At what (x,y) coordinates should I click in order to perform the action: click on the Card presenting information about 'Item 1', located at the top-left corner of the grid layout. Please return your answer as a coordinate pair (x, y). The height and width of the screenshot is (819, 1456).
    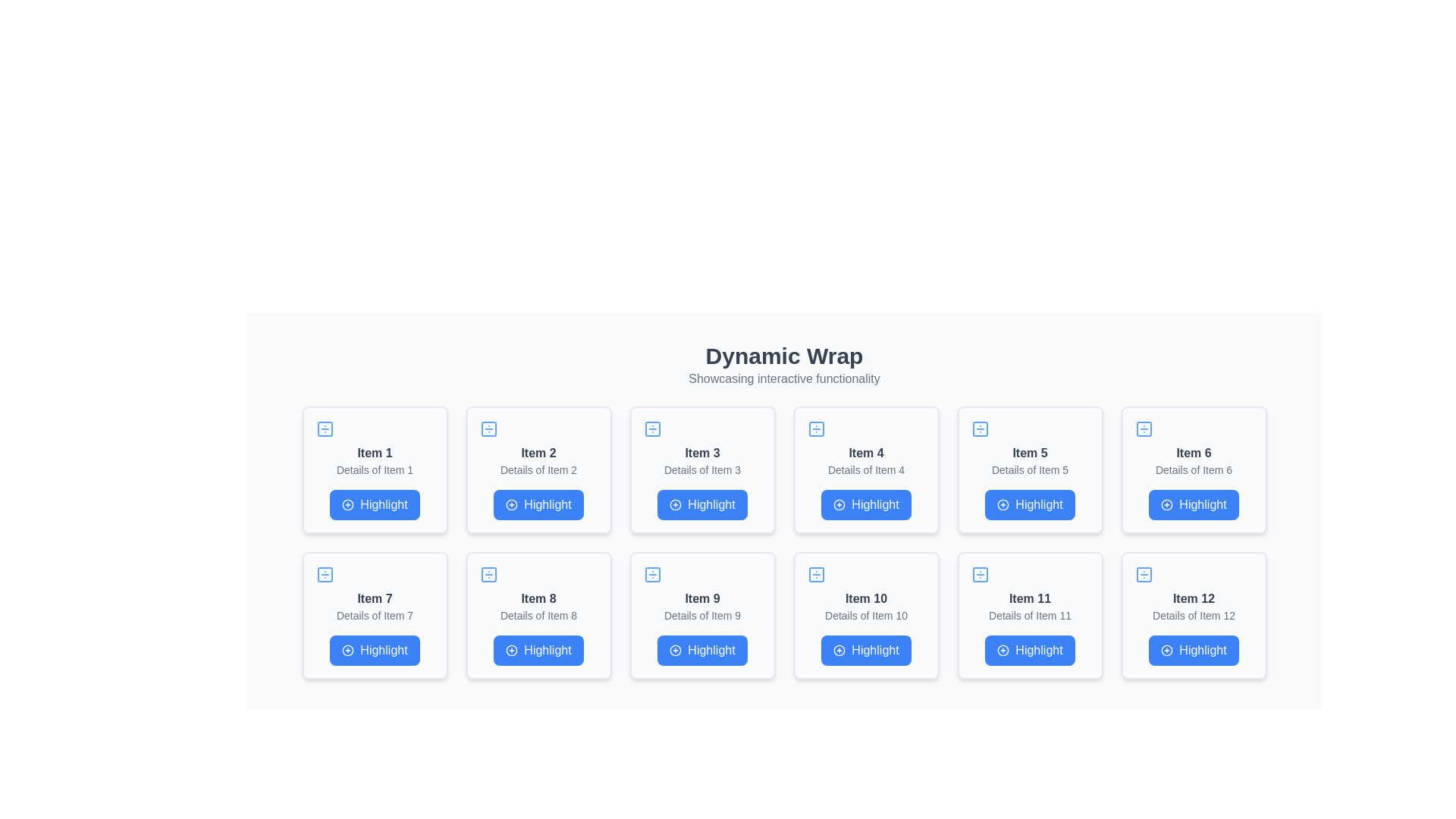
    Looking at the image, I should click on (375, 469).